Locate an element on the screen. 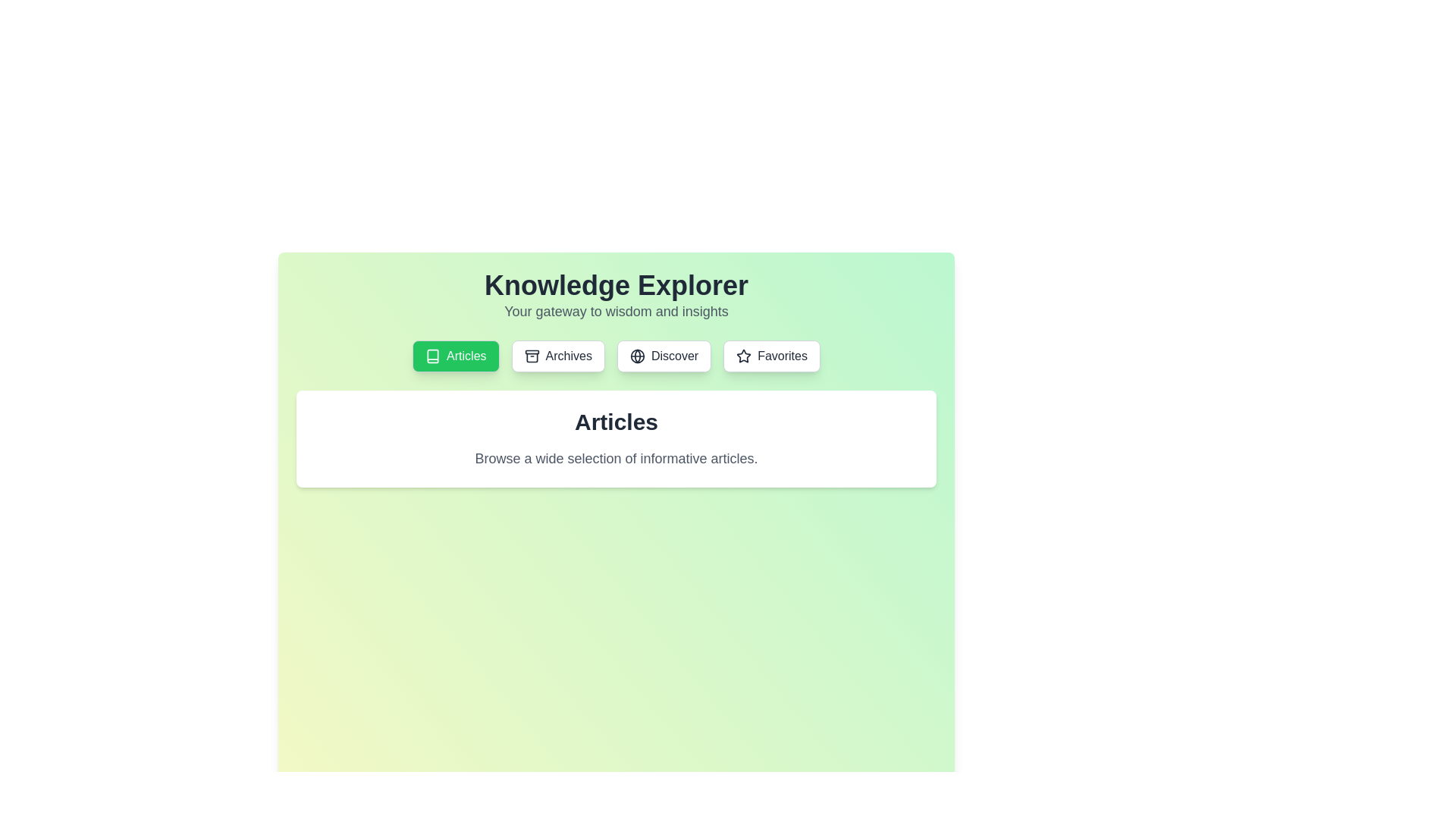 The width and height of the screenshot is (1456, 819). the tab with label Discover is located at coordinates (664, 356).